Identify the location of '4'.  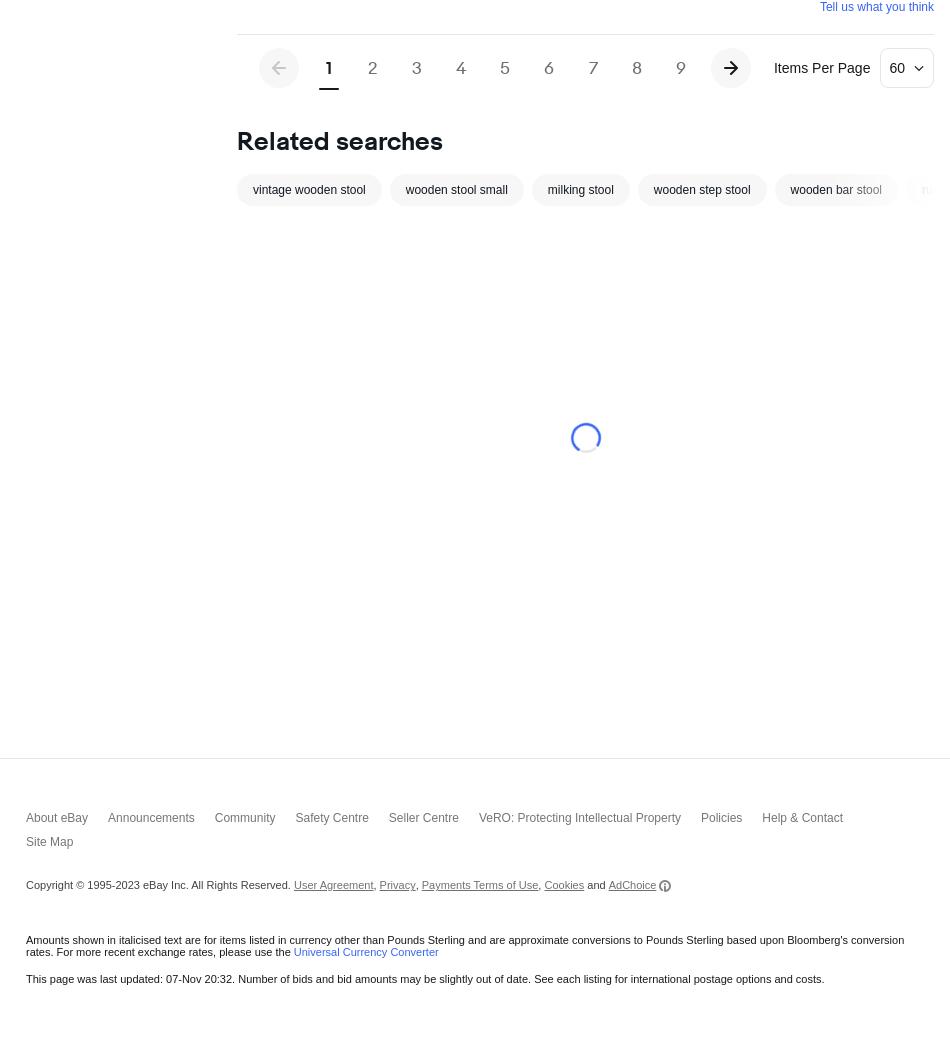
(459, 66).